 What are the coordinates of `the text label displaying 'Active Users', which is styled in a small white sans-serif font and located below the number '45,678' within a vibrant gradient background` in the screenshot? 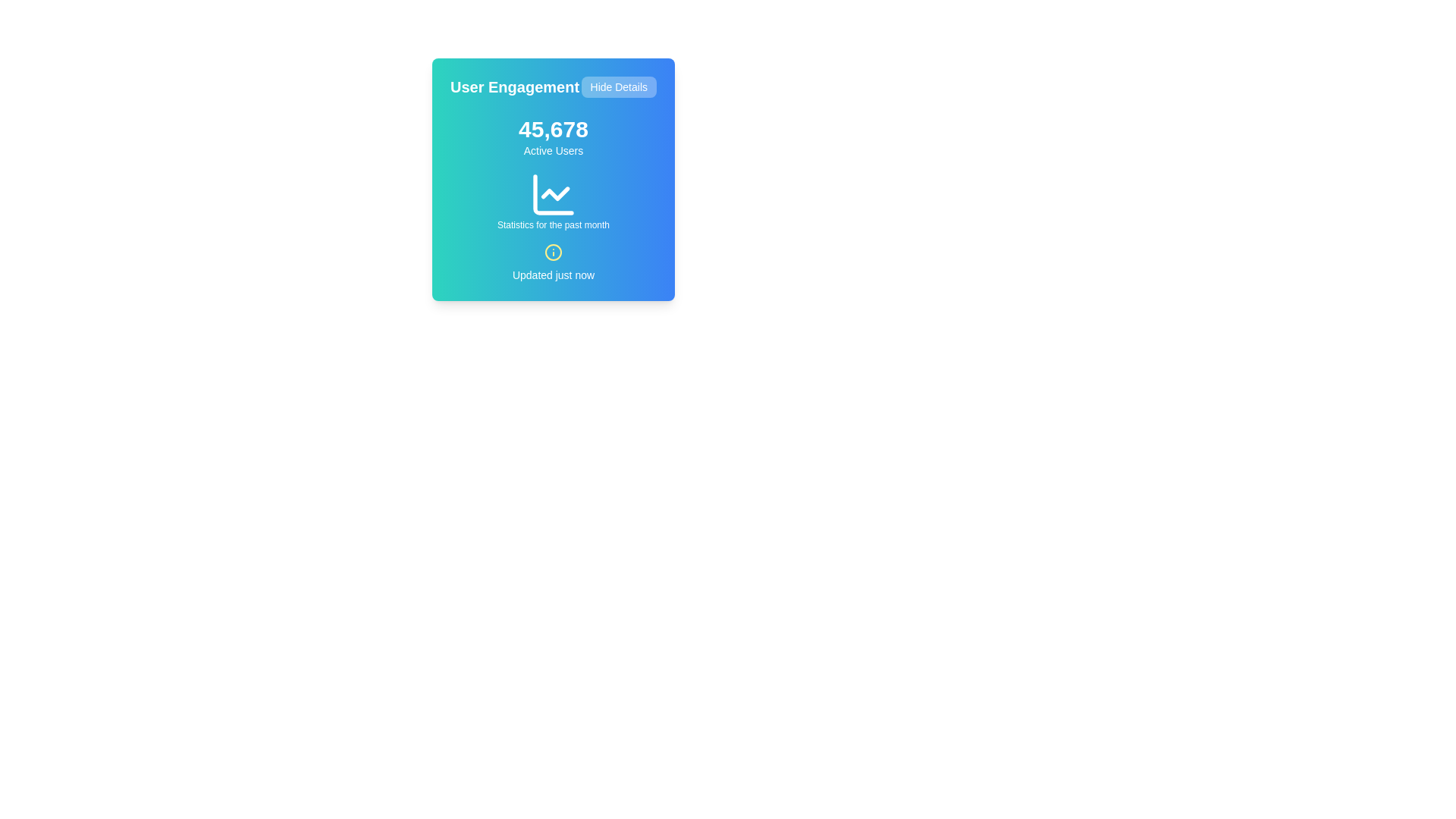 It's located at (552, 151).